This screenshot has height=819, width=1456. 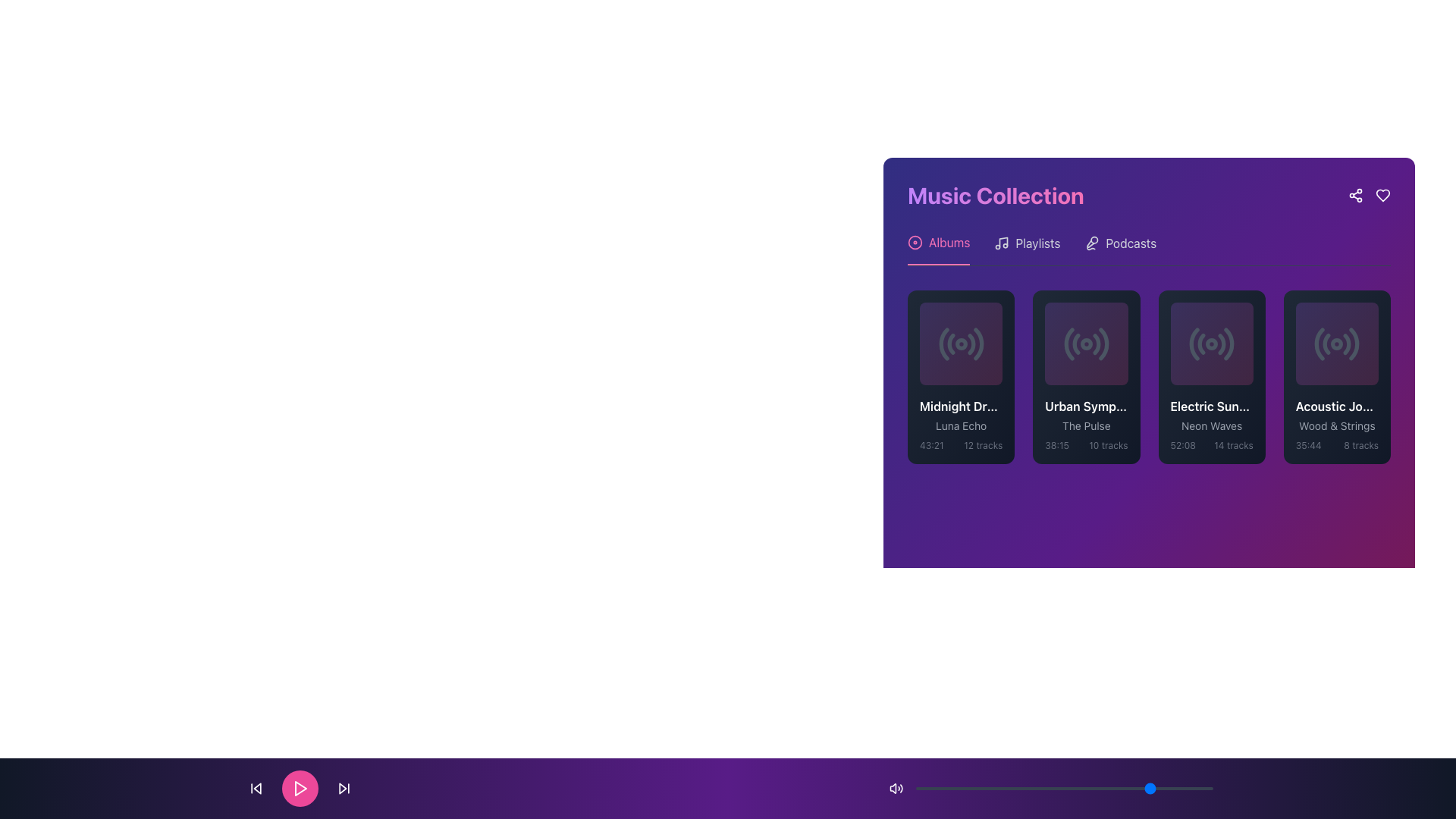 What do you see at coordinates (1211, 344) in the screenshot?
I see `the thumbnail representing the 'Electric Sunset' item in the music collection` at bounding box center [1211, 344].